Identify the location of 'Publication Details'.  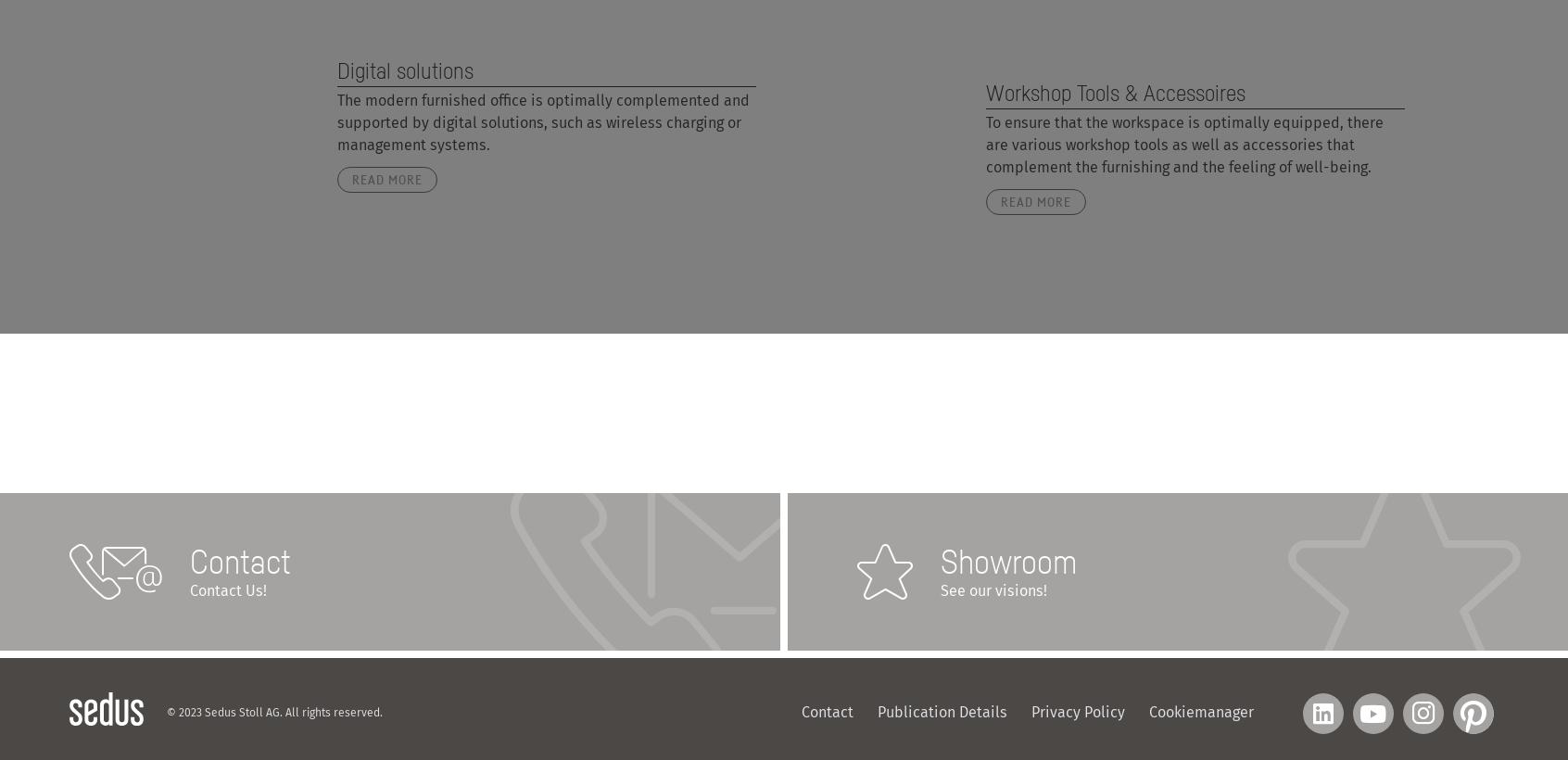
(942, 712).